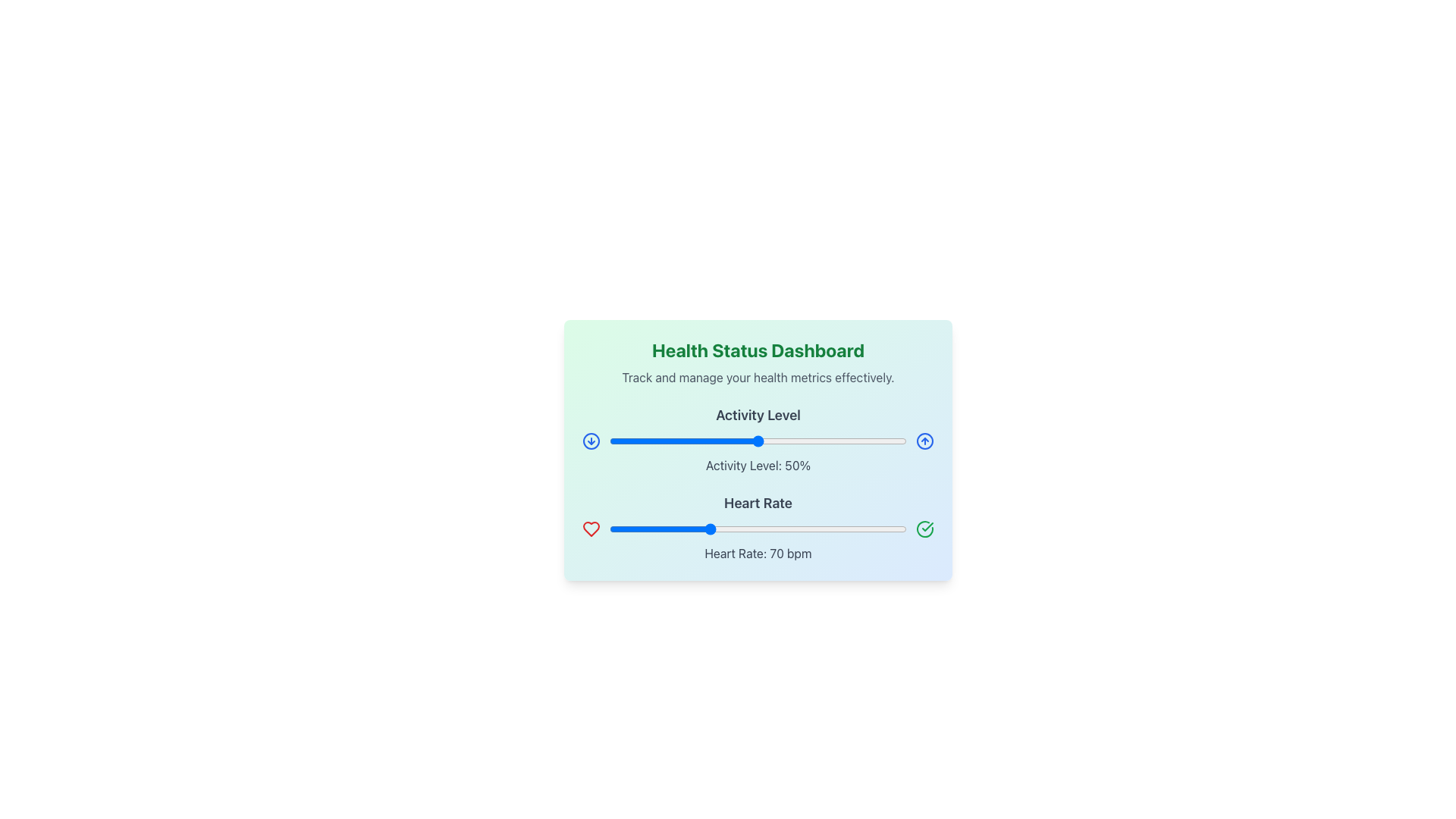  What do you see at coordinates (758, 483) in the screenshot?
I see `the labels of the sliders located within the 'Health Status Dashboard' card under the subtitle 'Track and manage your health metrics effectively.'` at bounding box center [758, 483].